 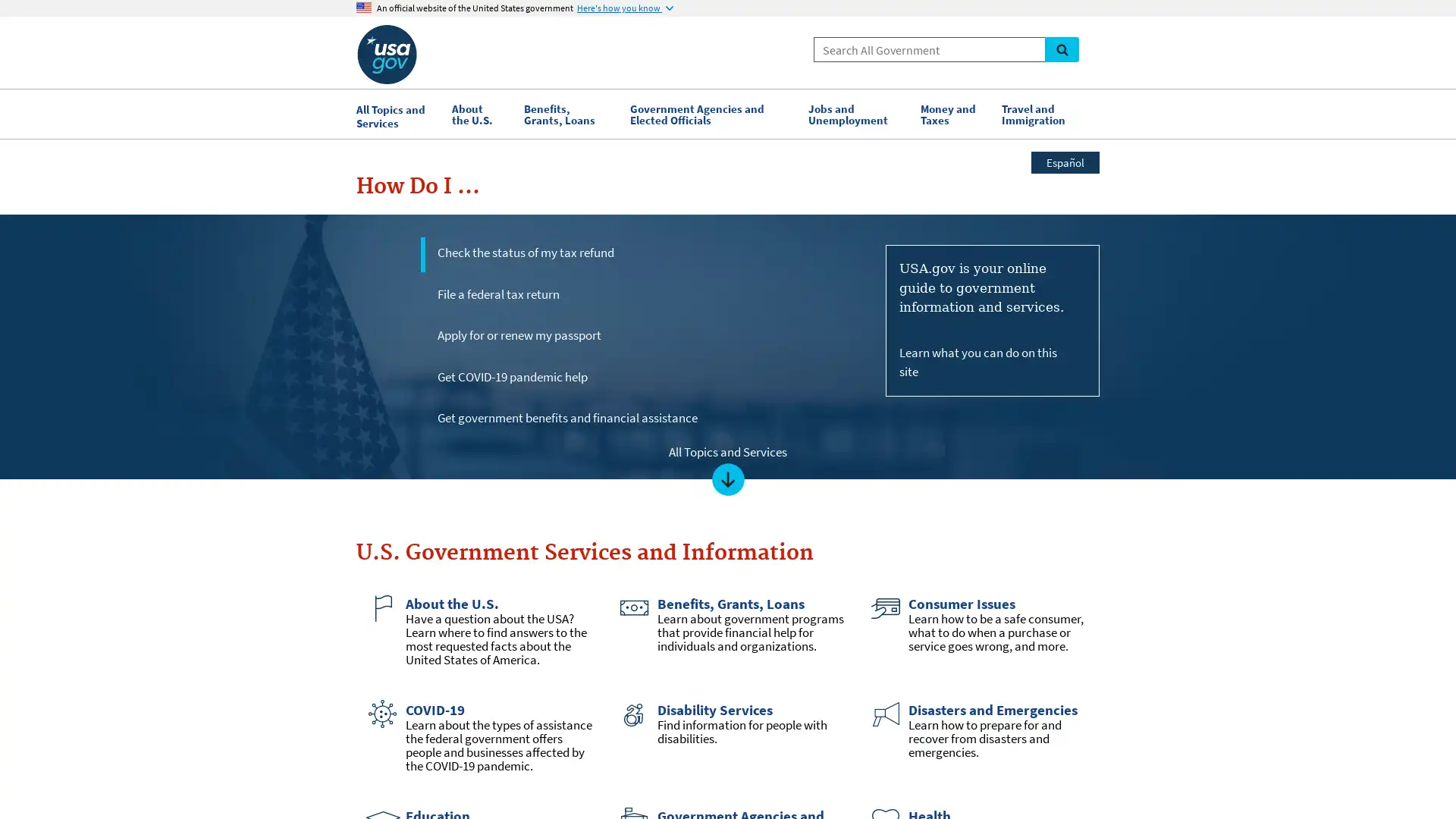 I want to click on About the U.S., so click(x=479, y=113).